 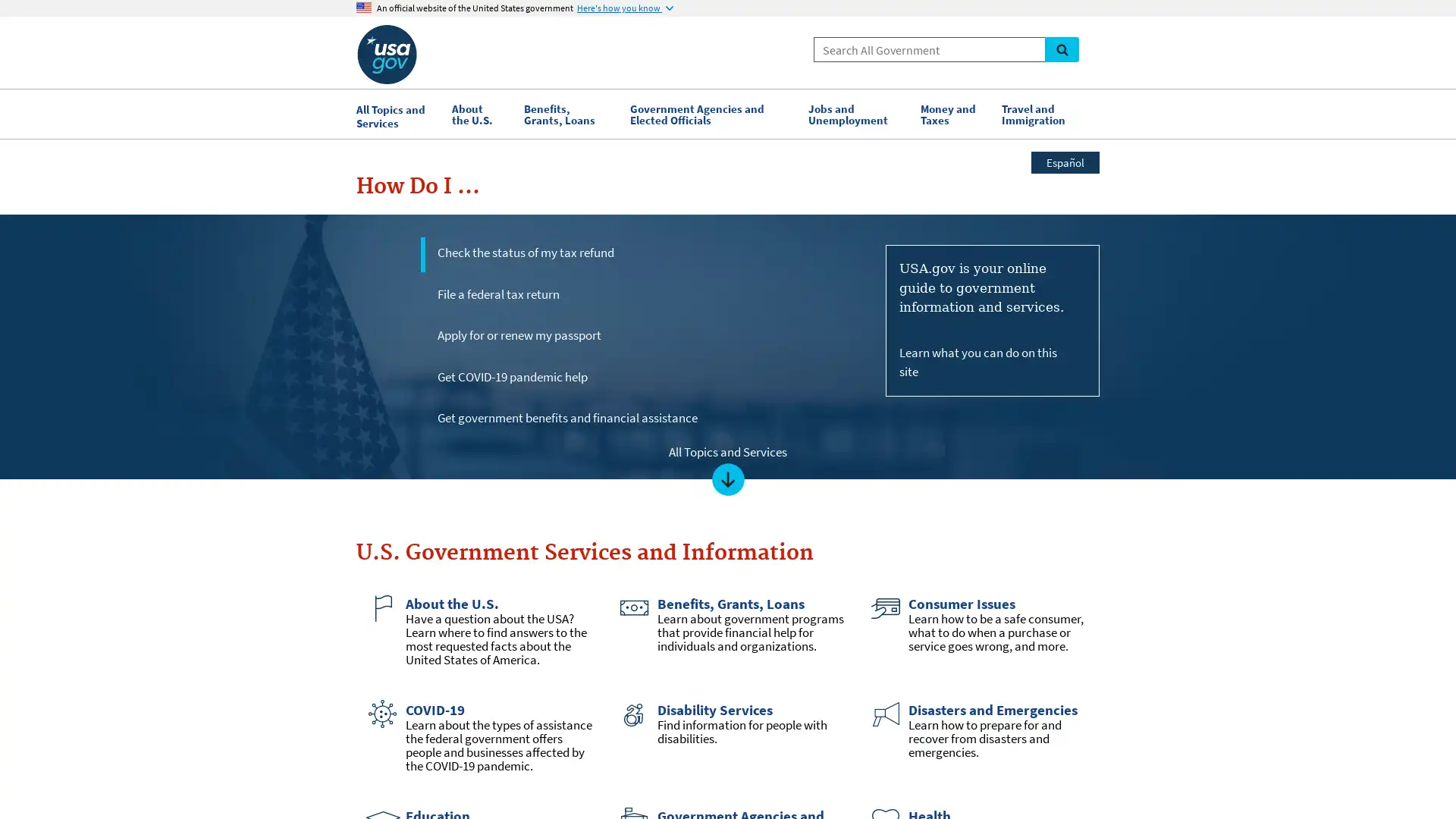 I want to click on About the U.S., so click(x=479, y=113).